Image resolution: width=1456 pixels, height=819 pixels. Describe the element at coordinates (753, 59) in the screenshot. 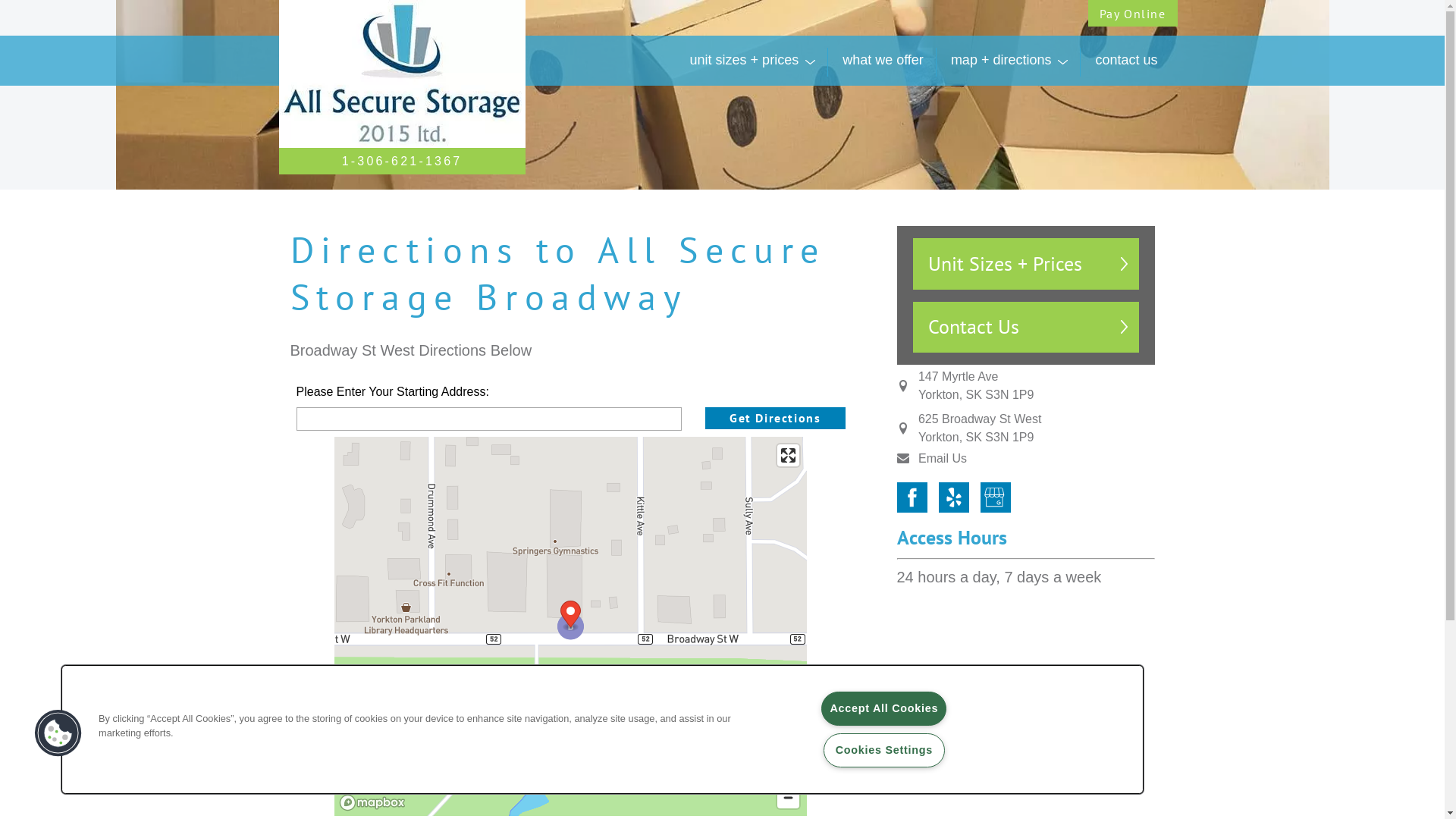

I see `'unit sizes + prices'` at that location.